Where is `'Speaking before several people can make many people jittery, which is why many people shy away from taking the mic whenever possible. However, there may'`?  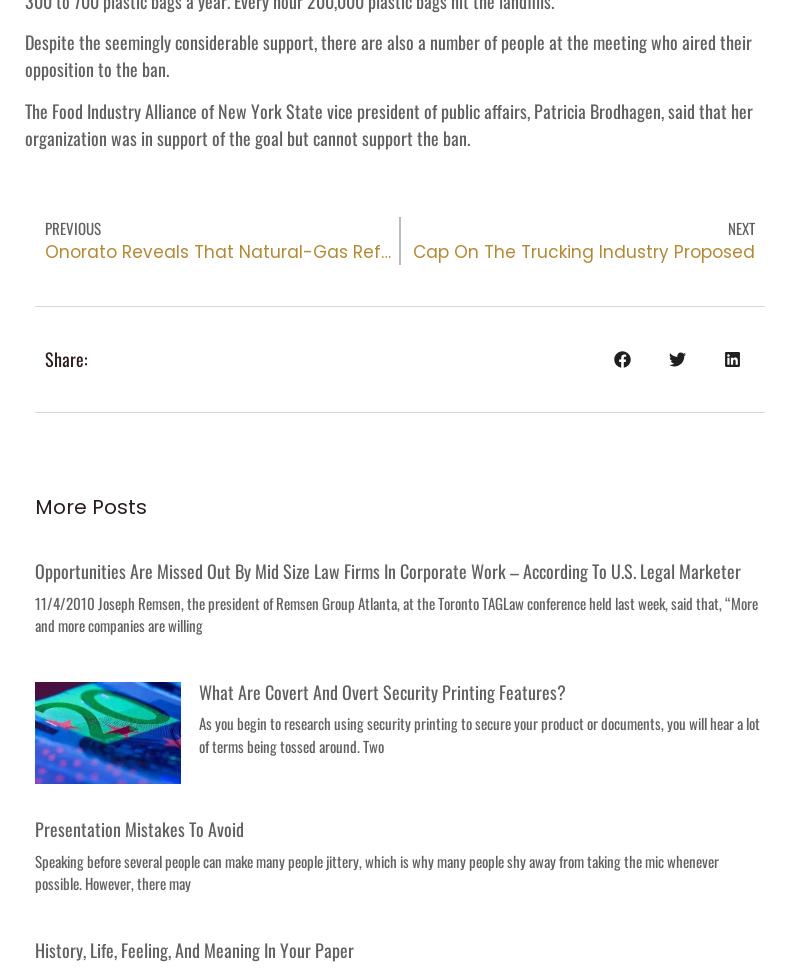
'Speaking before several people can make many people jittery, which is why many people shy away from taking the mic whenever possible. However, there may' is located at coordinates (376, 870).